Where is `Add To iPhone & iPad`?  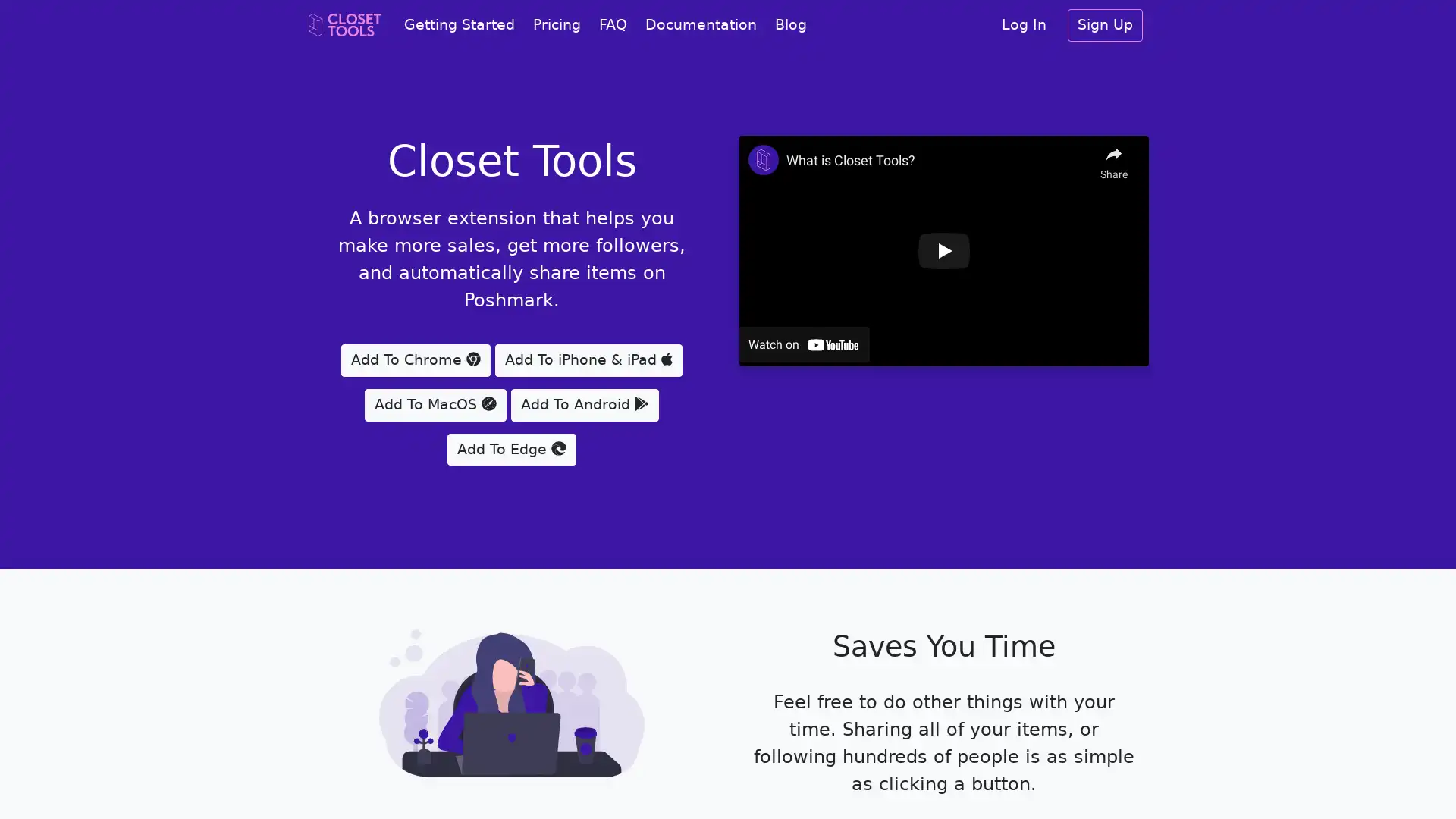 Add To iPhone & iPad is located at coordinates (588, 359).